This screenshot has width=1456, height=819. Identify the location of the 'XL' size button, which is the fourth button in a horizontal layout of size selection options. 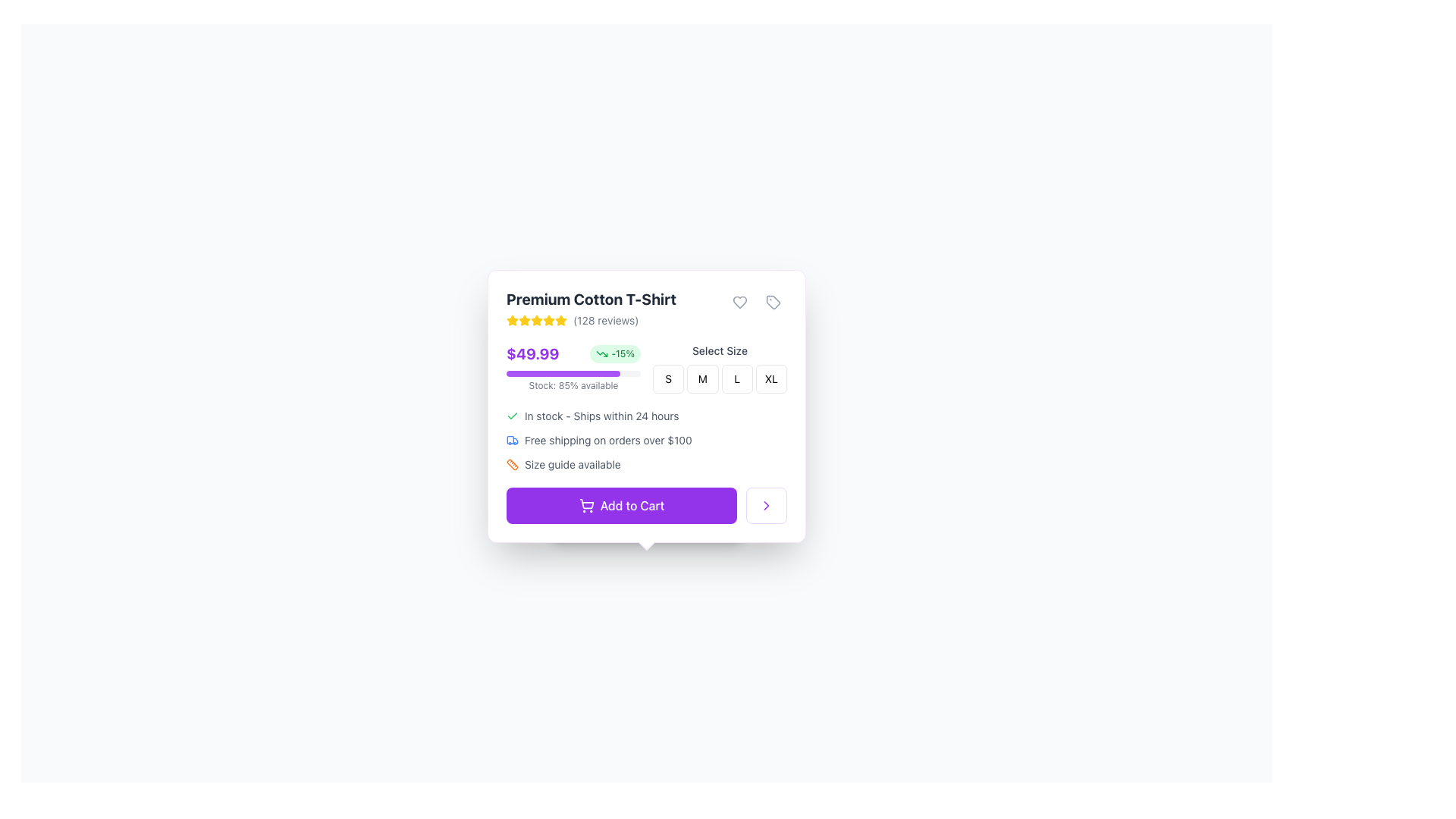
(771, 378).